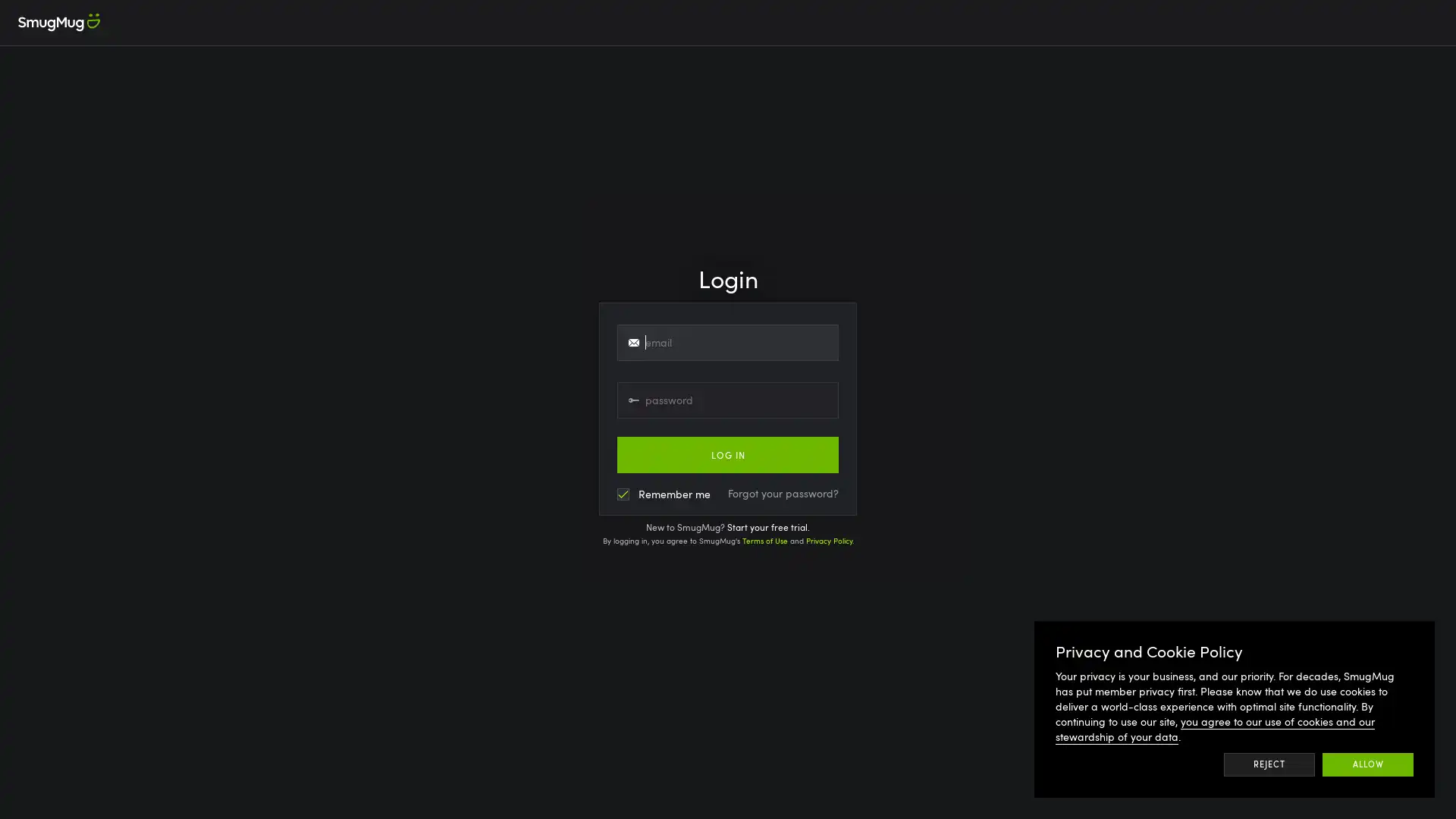  What do you see at coordinates (1368, 764) in the screenshot?
I see `ALLOW` at bounding box center [1368, 764].